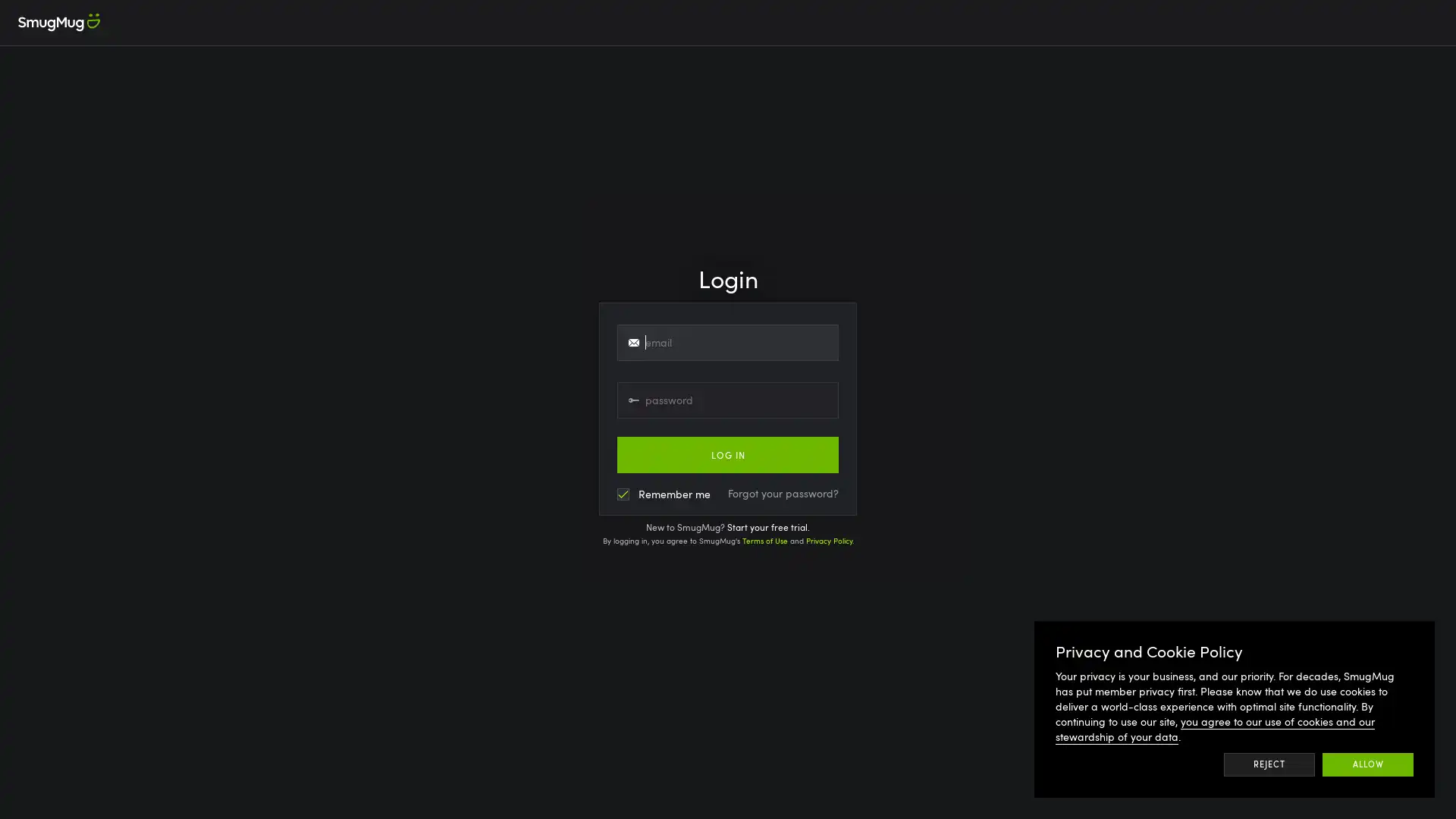  What do you see at coordinates (1368, 764) in the screenshot?
I see `ALLOW` at bounding box center [1368, 764].